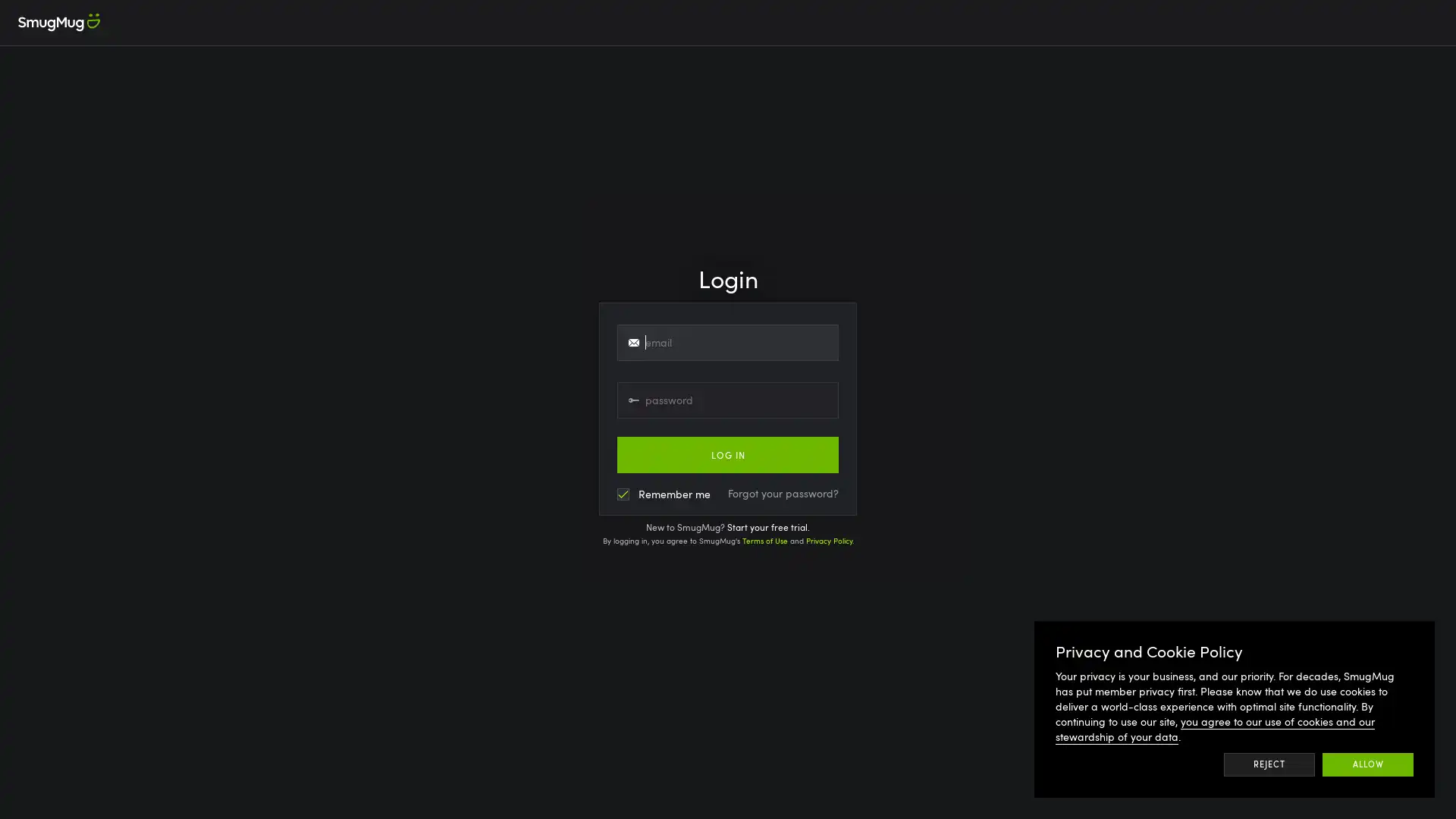  What do you see at coordinates (1368, 764) in the screenshot?
I see `ALLOW` at bounding box center [1368, 764].